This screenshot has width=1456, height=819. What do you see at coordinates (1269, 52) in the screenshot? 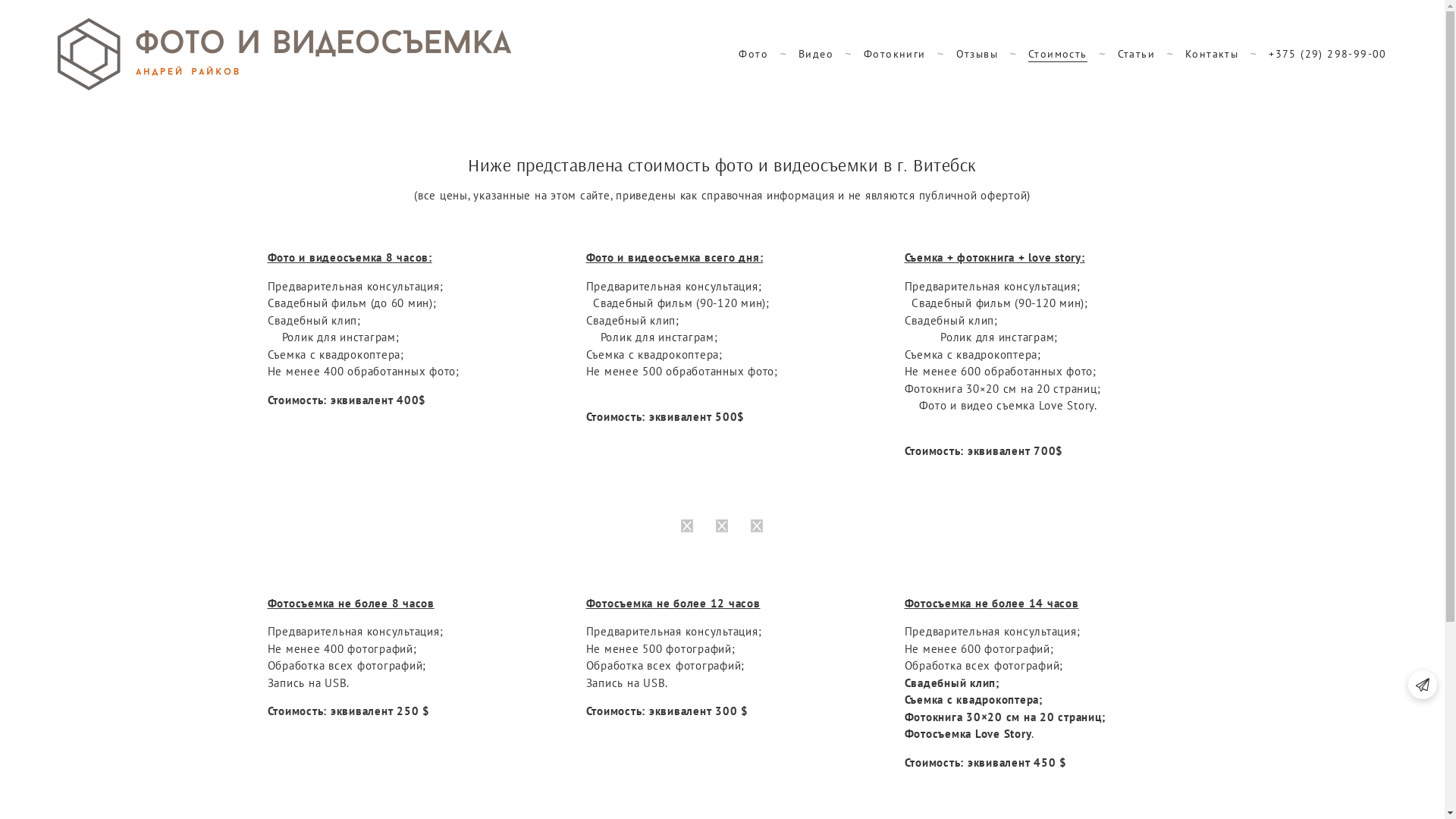
I see `'+375 (29) 298-99-00'` at bounding box center [1269, 52].